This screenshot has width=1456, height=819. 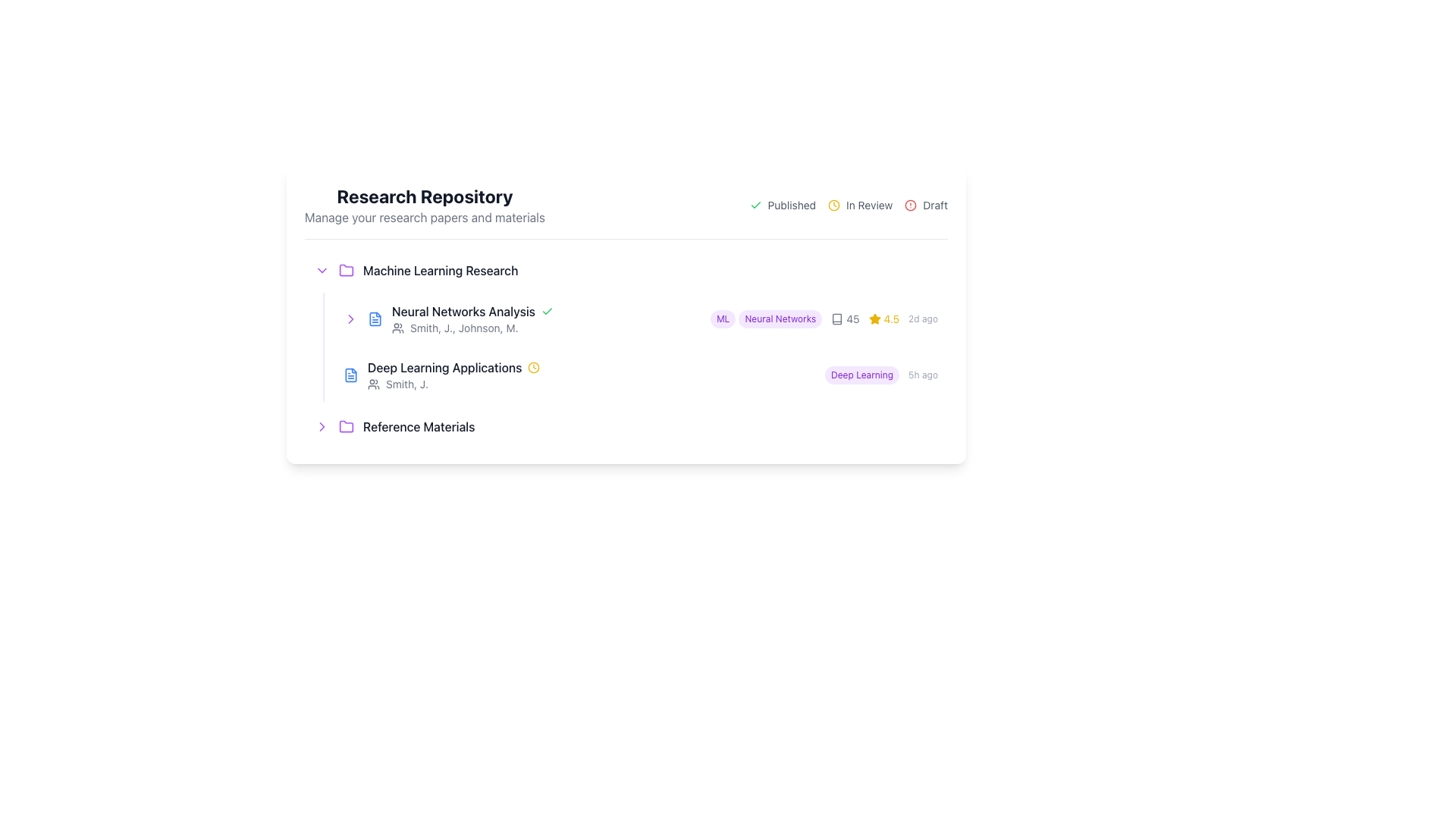 What do you see at coordinates (755, 205) in the screenshot?
I see `the visual indicator icon that denotes an item has been marked 'Published', located immediately before the text 'Published' in the top-right of the interface` at bounding box center [755, 205].